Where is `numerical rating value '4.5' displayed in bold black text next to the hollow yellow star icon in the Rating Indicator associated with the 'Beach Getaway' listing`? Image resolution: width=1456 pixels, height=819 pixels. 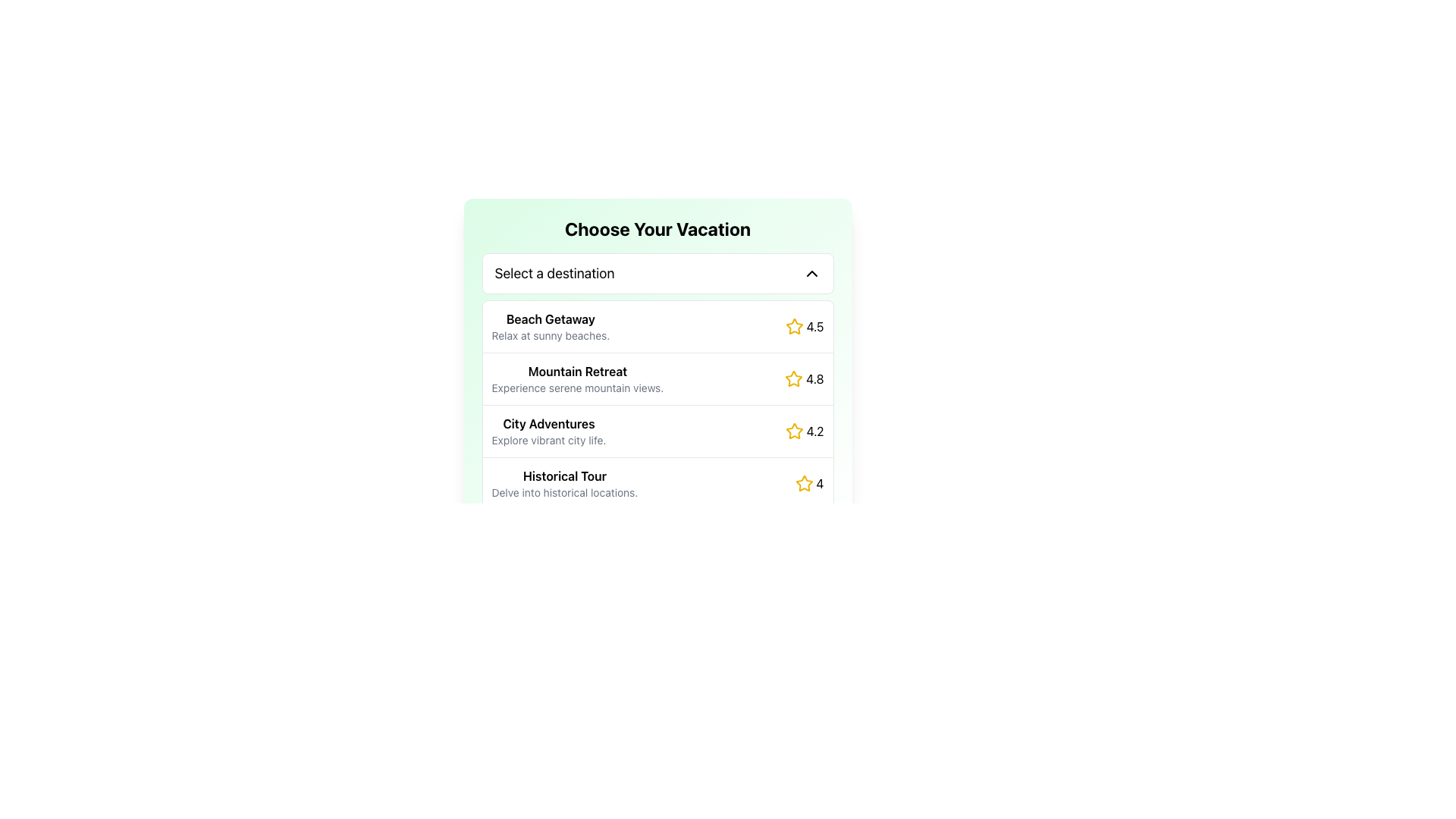
numerical rating value '4.5' displayed in bold black text next to the hollow yellow star icon in the Rating Indicator associated with the 'Beach Getaway' listing is located at coordinates (803, 326).